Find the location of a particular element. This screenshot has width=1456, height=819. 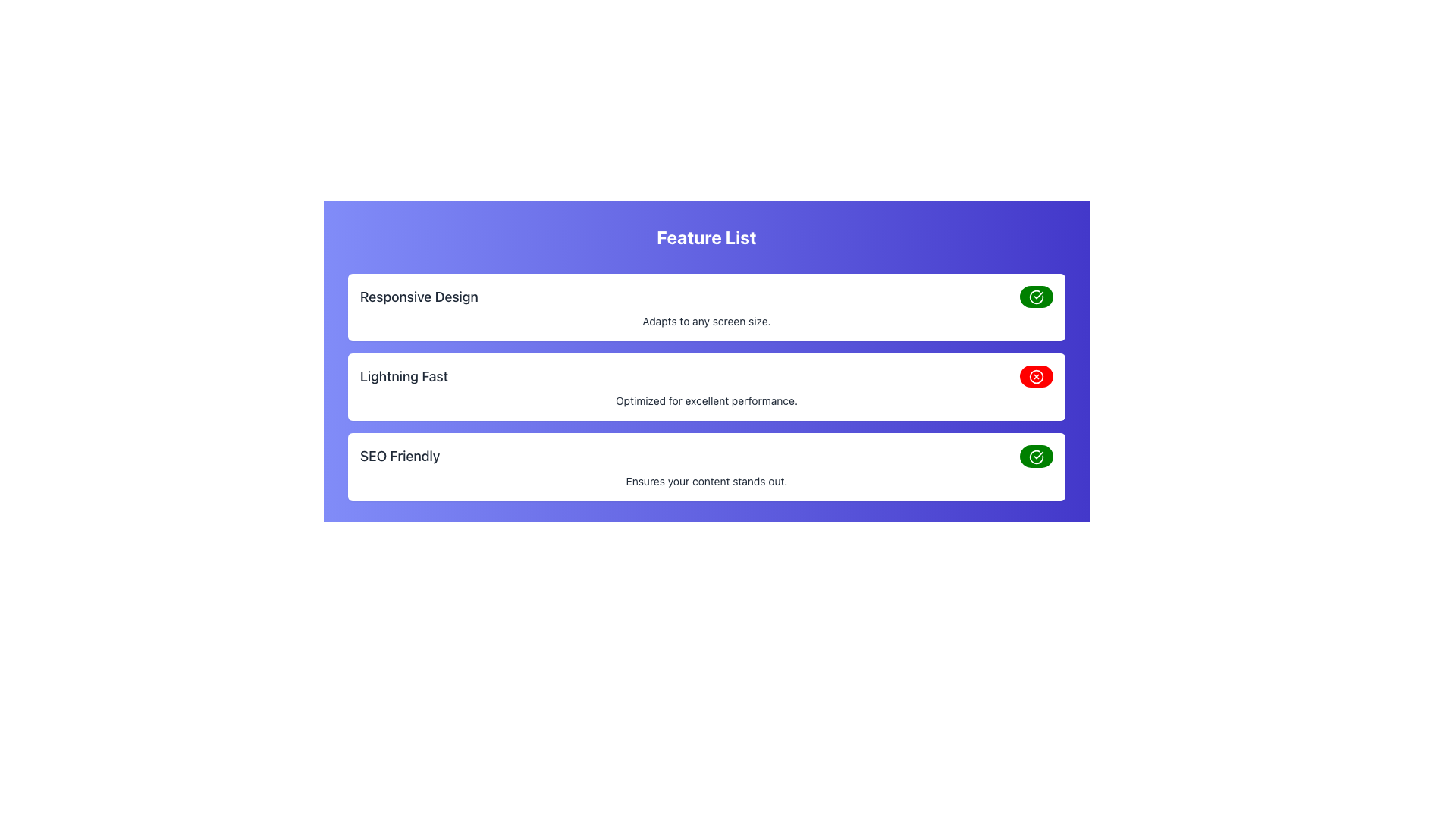

the text label located below the title 'Lightning Fast' in the second feature card to focus on it is located at coordinates (705, 400).